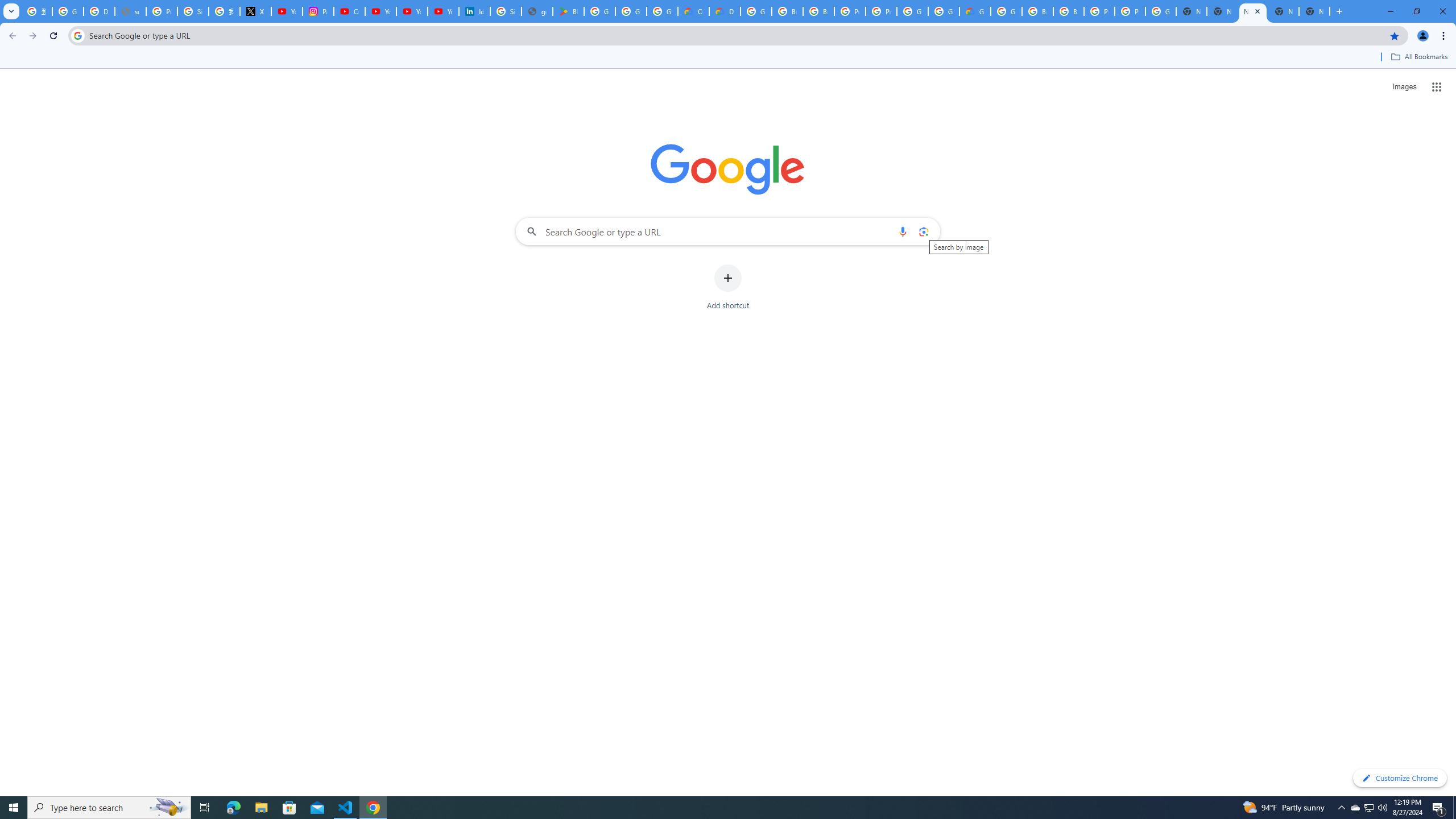  Describe the element at coordinates (787, 11) in the screenshot. I see `'Browse Chrome as a guest - Computer - Google Chrome Help'` at that location.